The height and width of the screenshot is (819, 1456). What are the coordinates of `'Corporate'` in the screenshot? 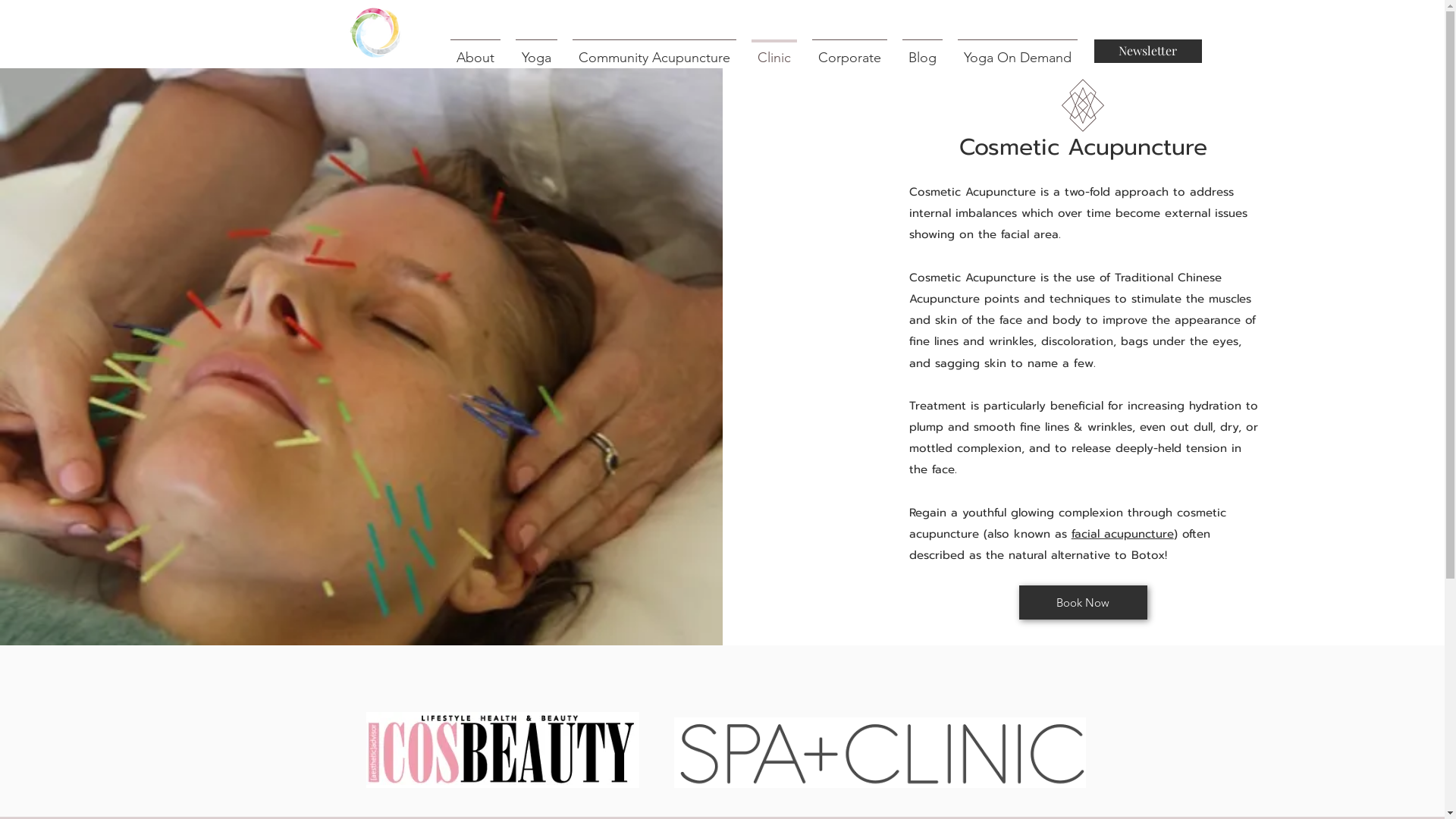 It's located at (803, 50).